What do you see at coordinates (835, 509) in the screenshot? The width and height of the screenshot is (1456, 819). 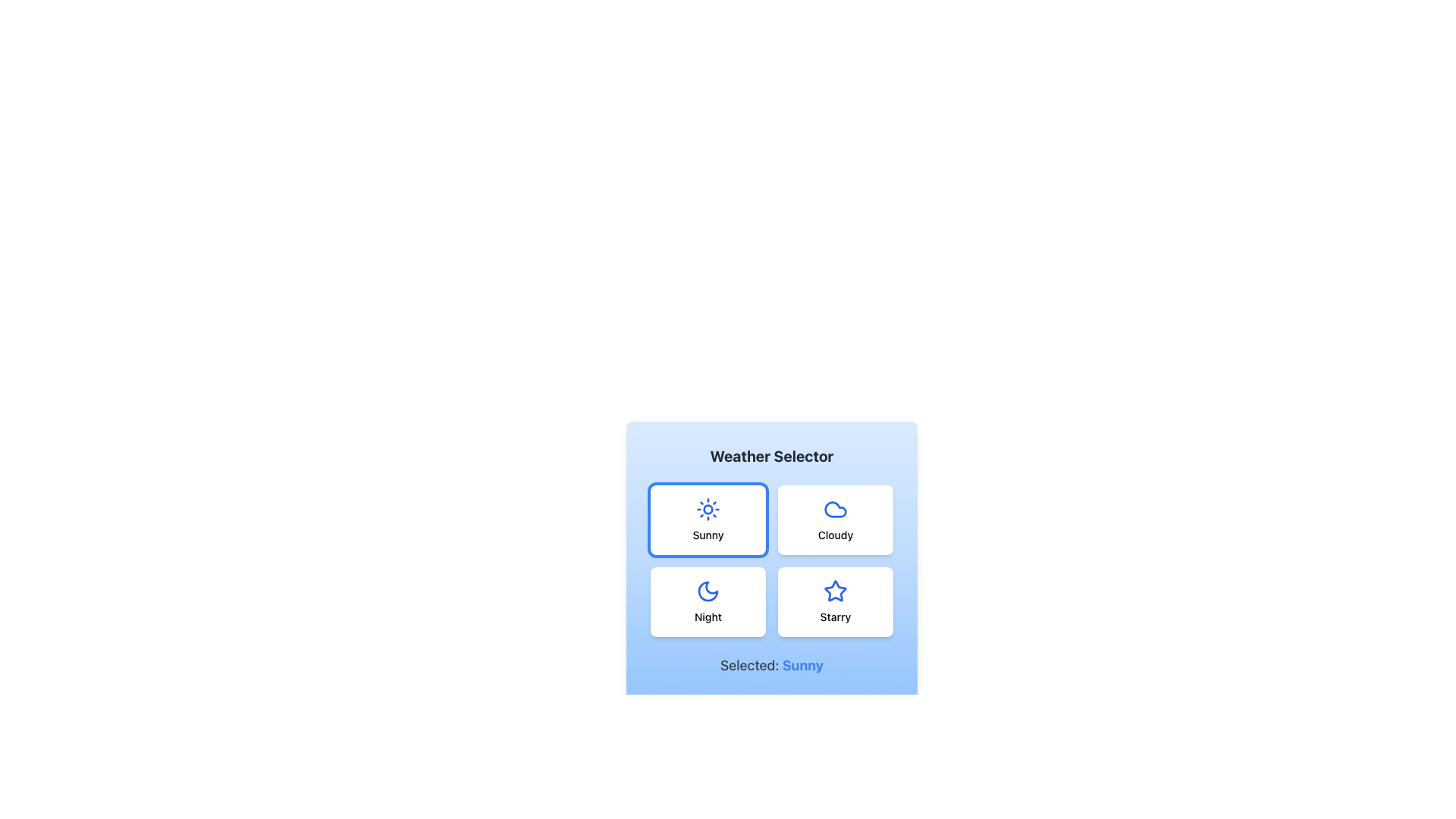 I see `the cloud icon, which is a blue minimalist design located in the upper right quadrant of the 'Weather Selector'` at bounding box center [835, 509].